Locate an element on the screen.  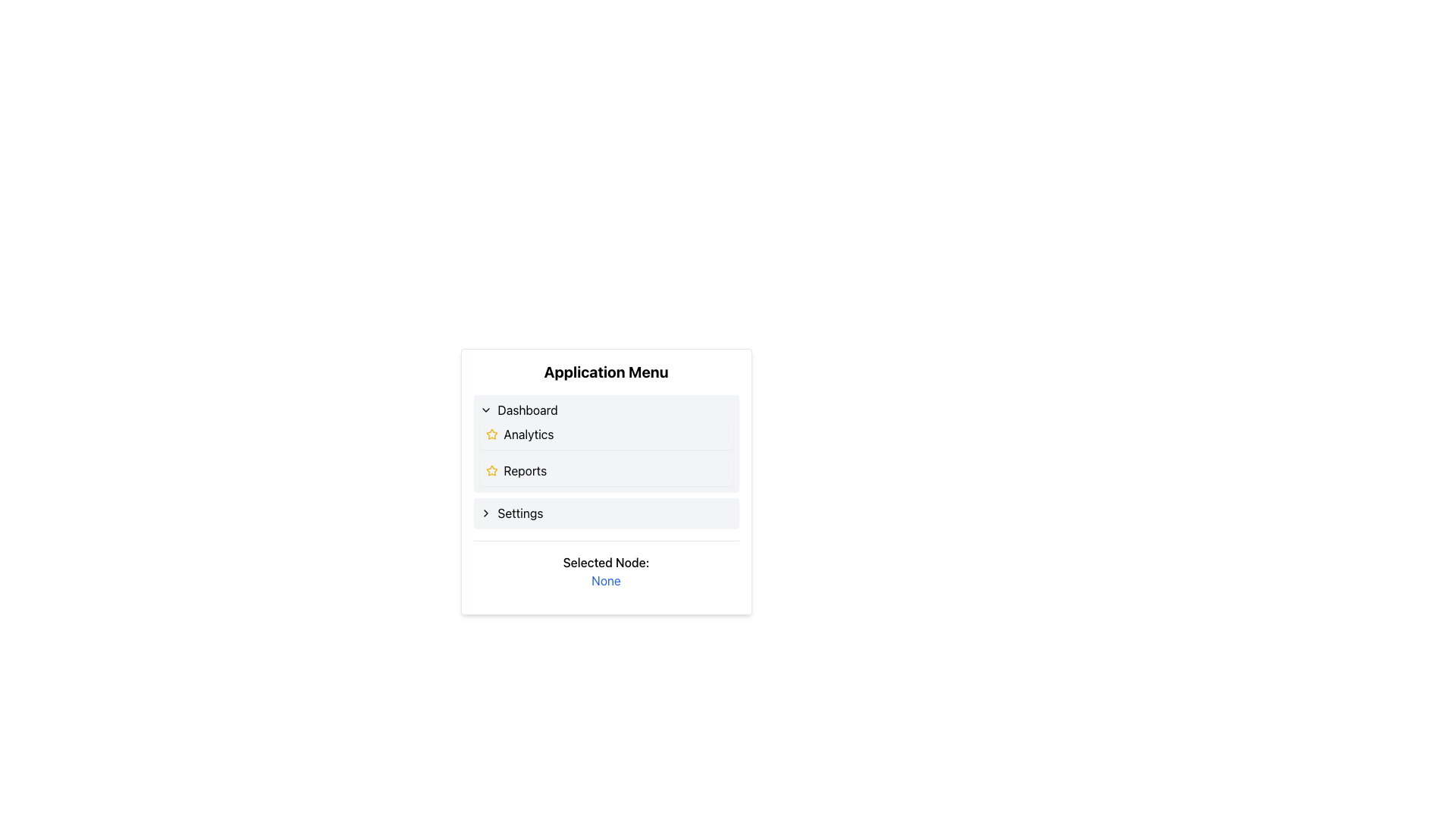
the Clickable Text Item with an Icon is located at coordinates (605, 409).